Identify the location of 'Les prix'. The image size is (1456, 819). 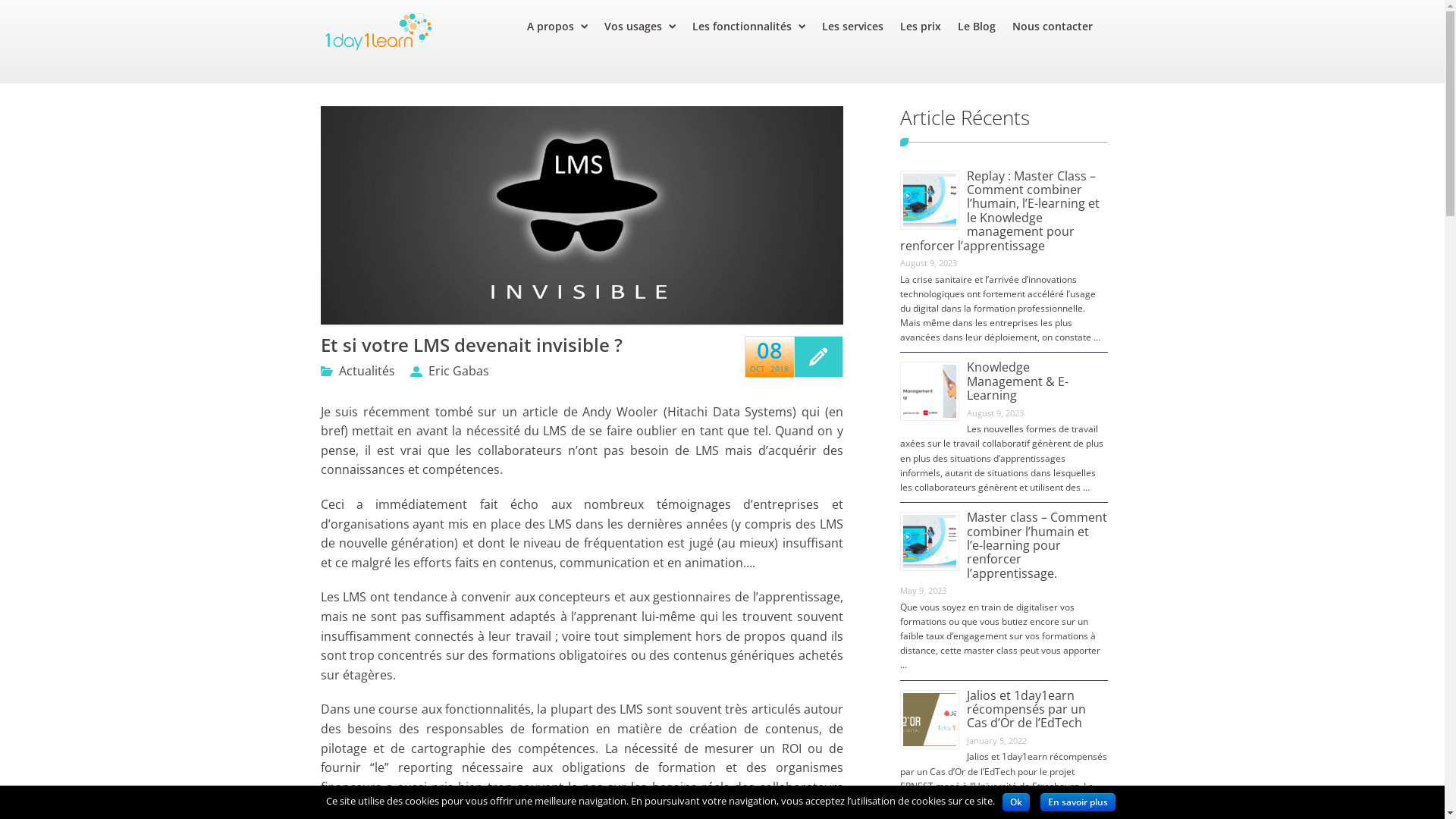
(927, 26).